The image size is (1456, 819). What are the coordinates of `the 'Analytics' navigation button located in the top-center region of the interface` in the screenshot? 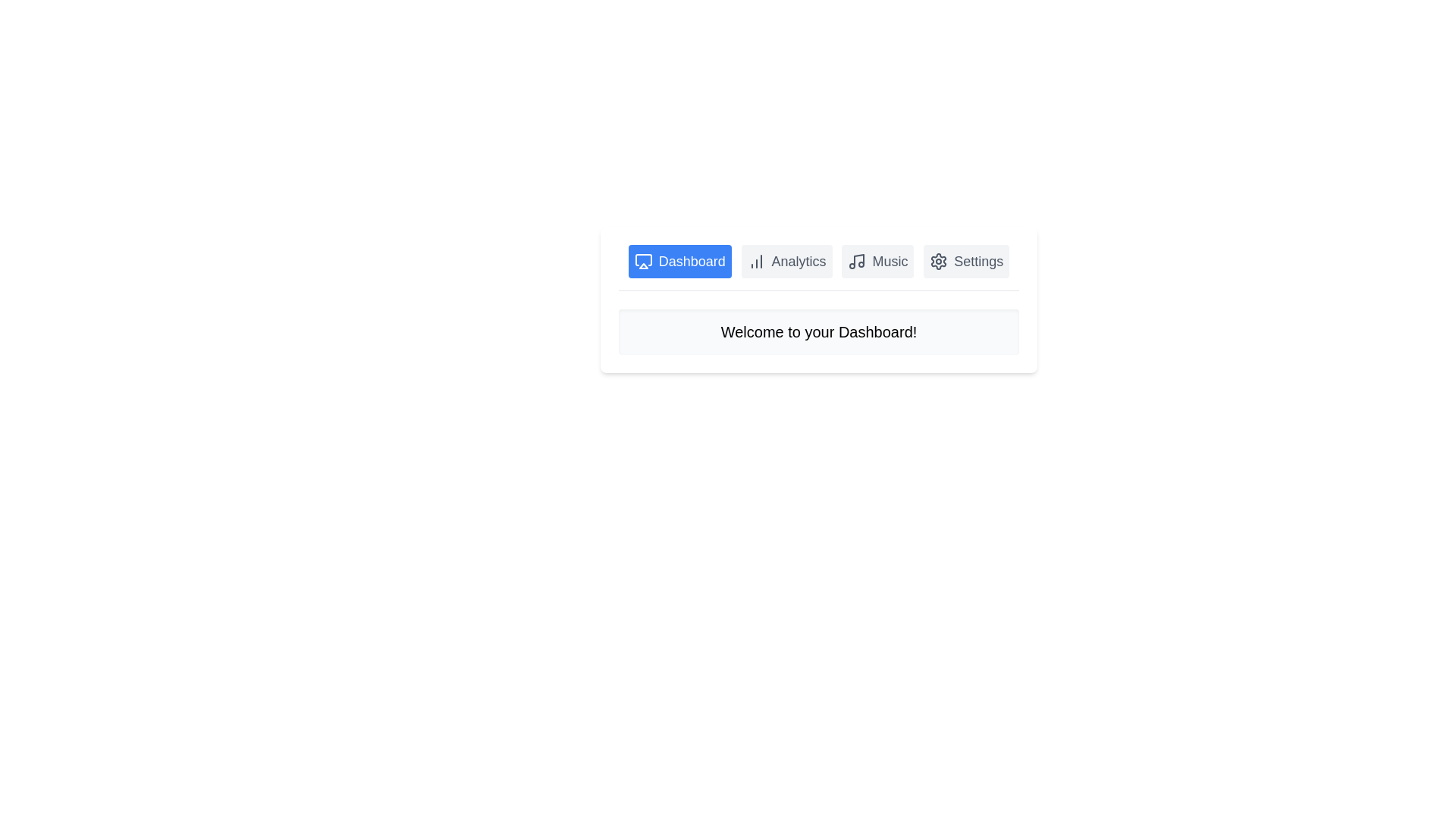 It's located at (786, 260).